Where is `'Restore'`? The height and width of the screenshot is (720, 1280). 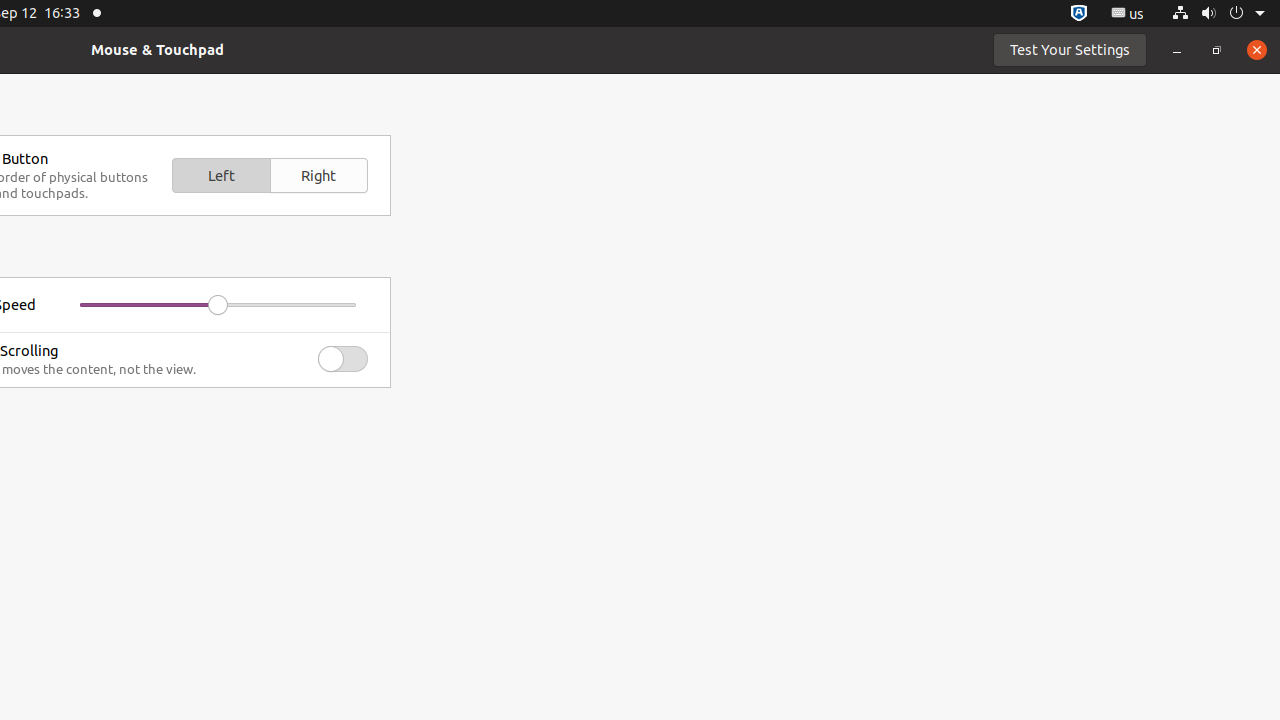
'Restore' is located at coordinates (1216, 48).